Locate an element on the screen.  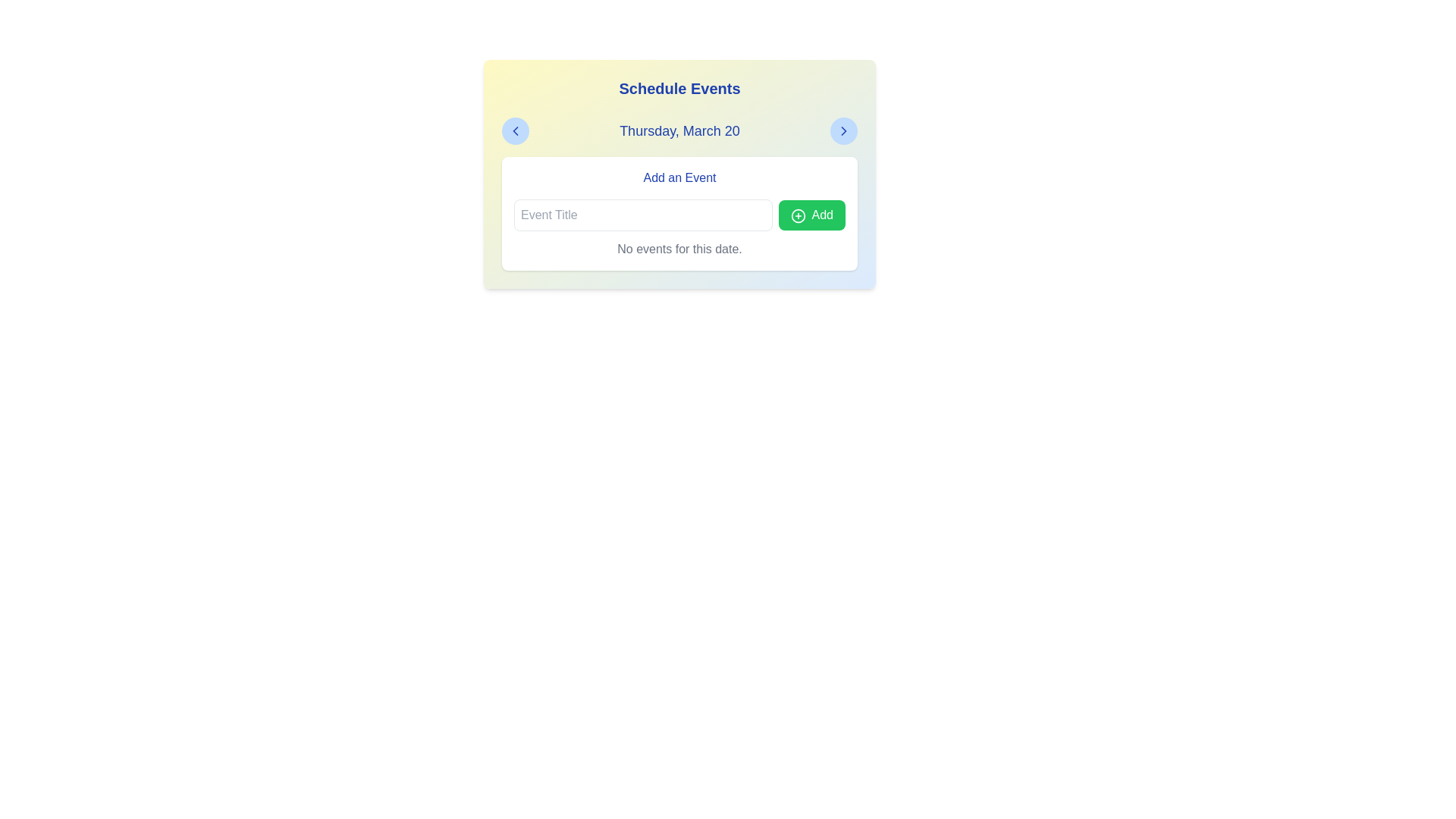
the navigation arrow located in the circular button at the top right corner of the central card to proceed is located at coordinates (843, 130).